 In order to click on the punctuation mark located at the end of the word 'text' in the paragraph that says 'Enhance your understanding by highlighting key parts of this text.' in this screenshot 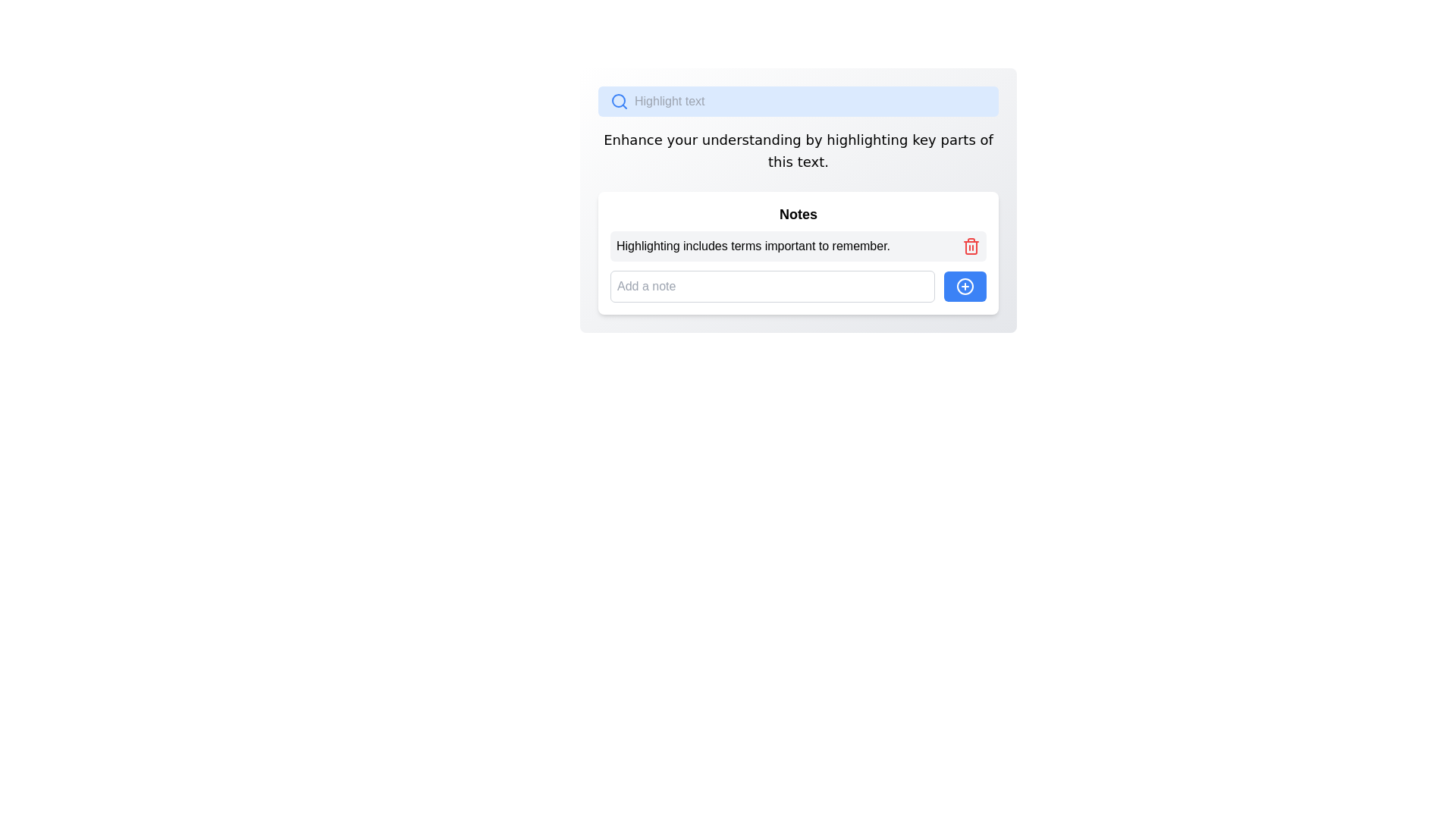, I will do `click(826, 162)`.